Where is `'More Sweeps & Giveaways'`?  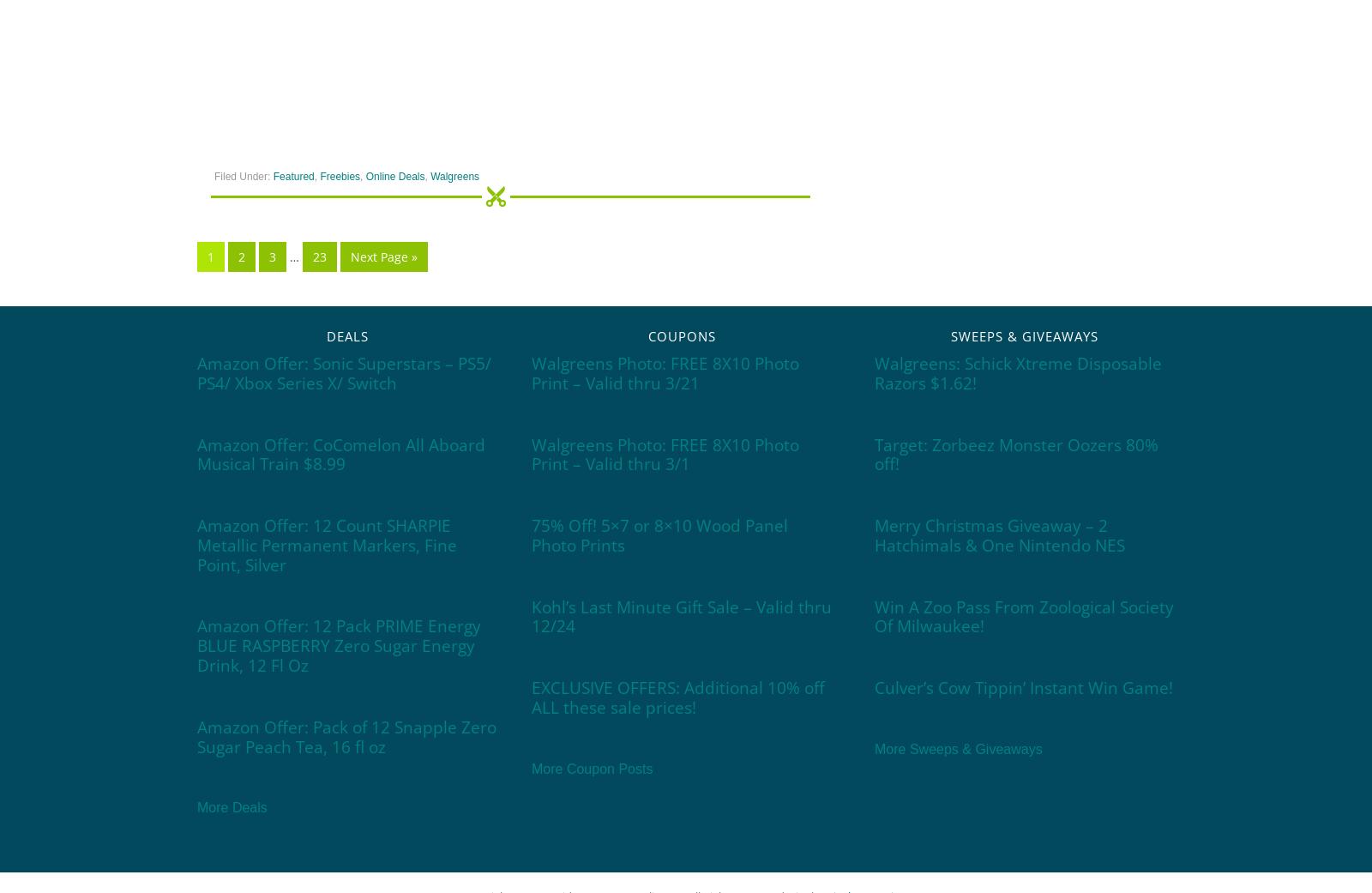
'More Sweeps & Giveaways' is located at coordinates (958, 748).